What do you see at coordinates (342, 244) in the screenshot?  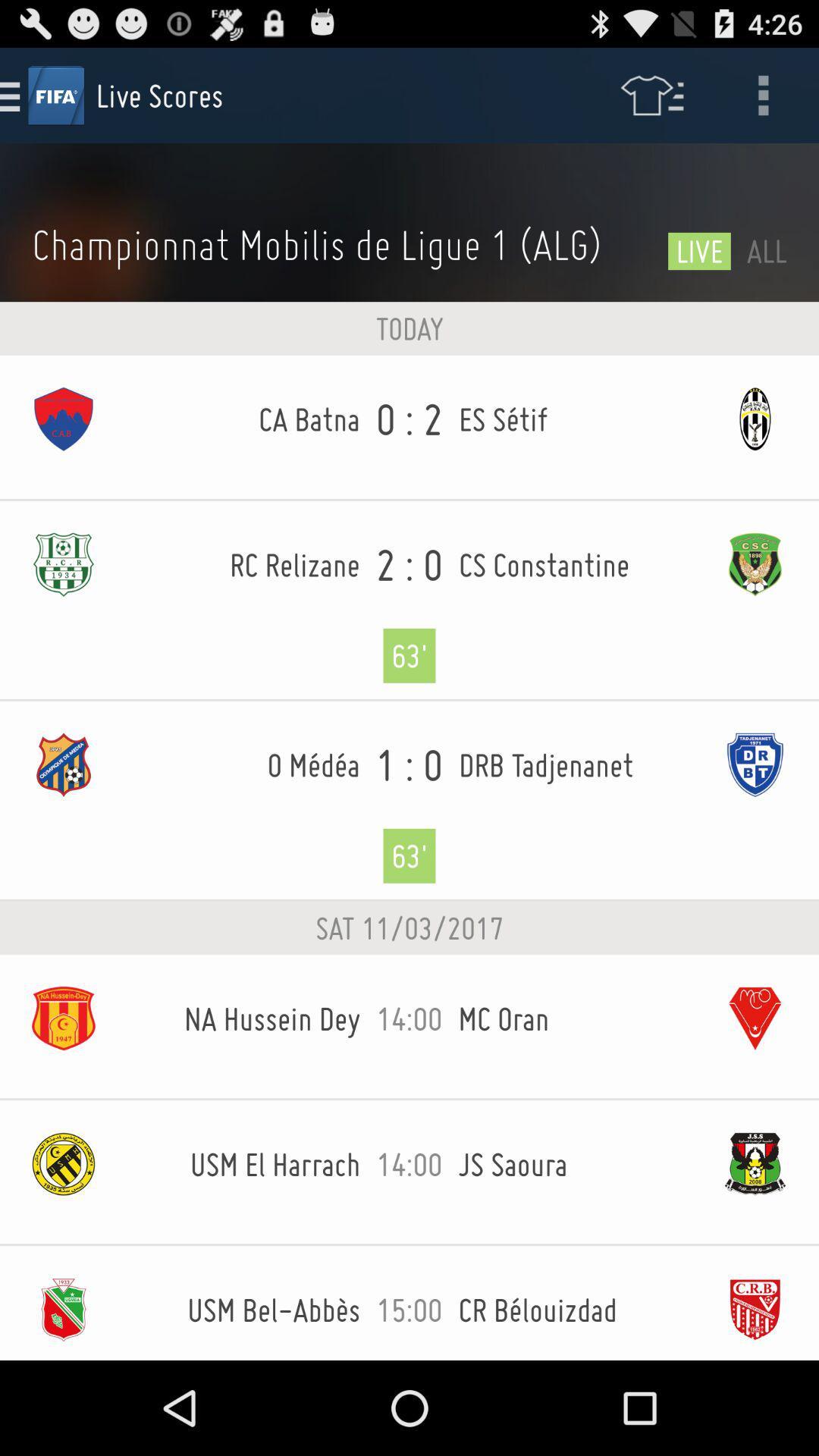 I see `the championnat mobilis de item` at bounding box center [342, 244].